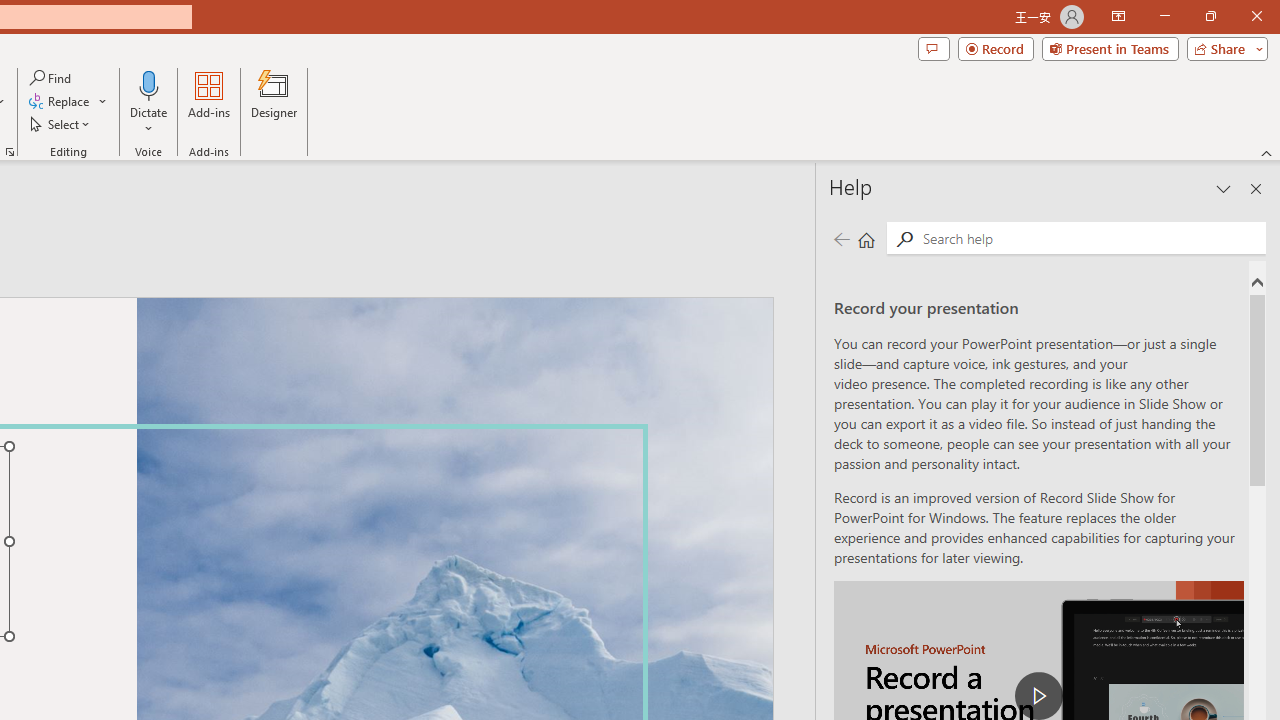  Describe the element at coordinates (1109, 47) in the screenshot. I see `'Present in Teams'` at that location.